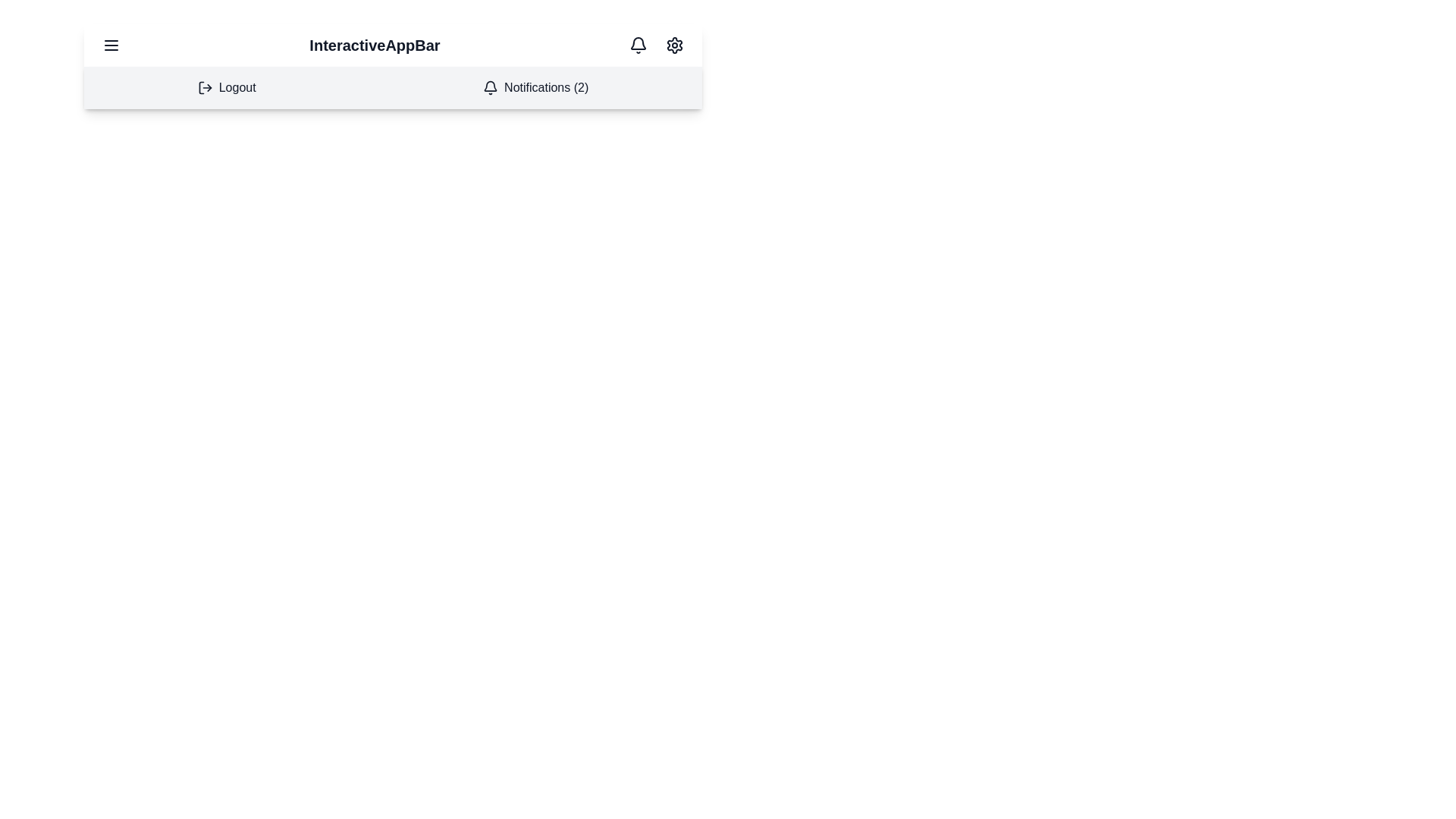 This screenshot has width=1456, height=819. What do you see at coordinates (638, 45) in the screenshot?
I see `the bell icon to view notifications` at bounding box center [638, 45].